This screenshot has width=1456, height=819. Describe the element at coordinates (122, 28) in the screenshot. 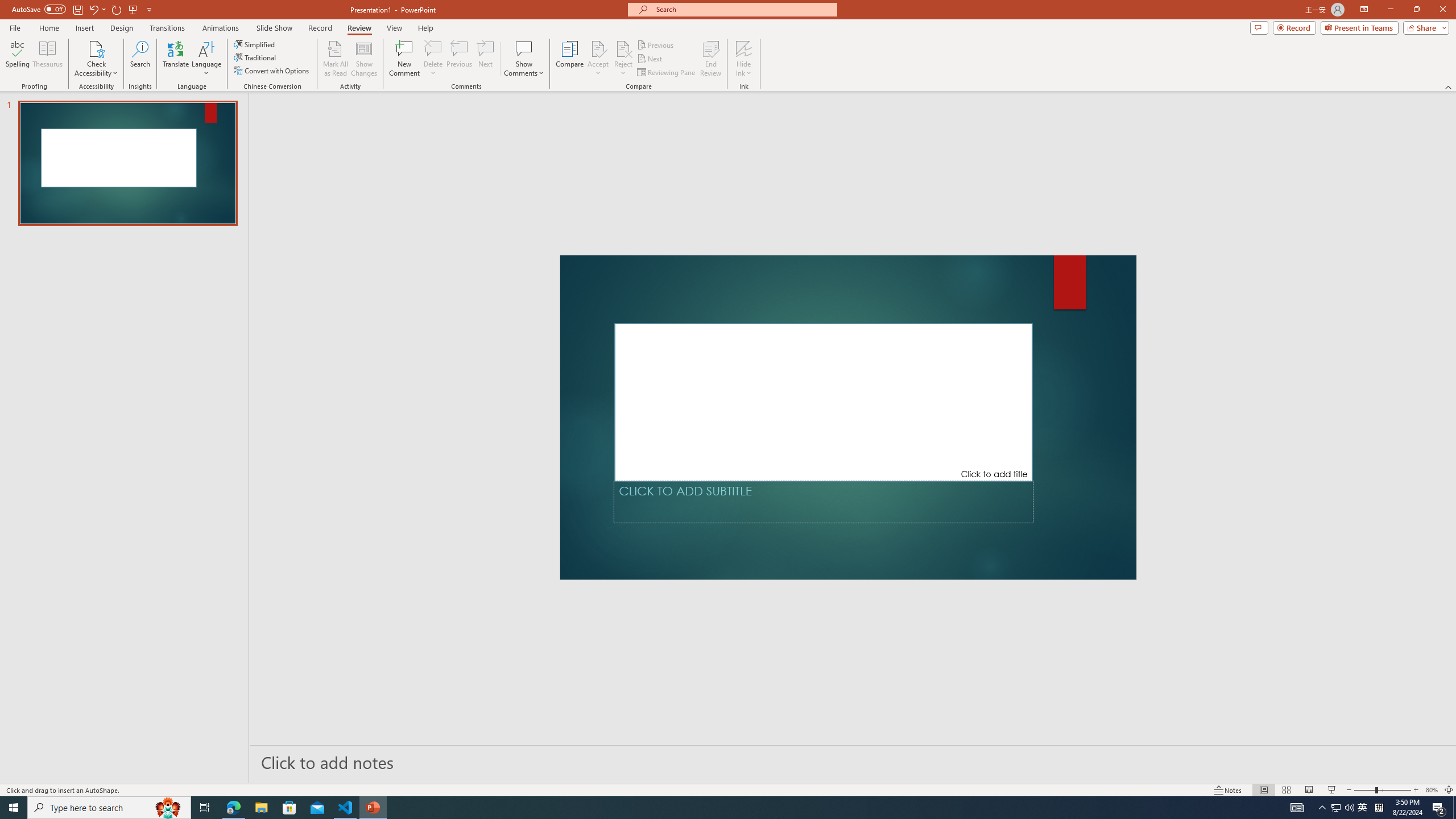

I see `'Design'` at that location.